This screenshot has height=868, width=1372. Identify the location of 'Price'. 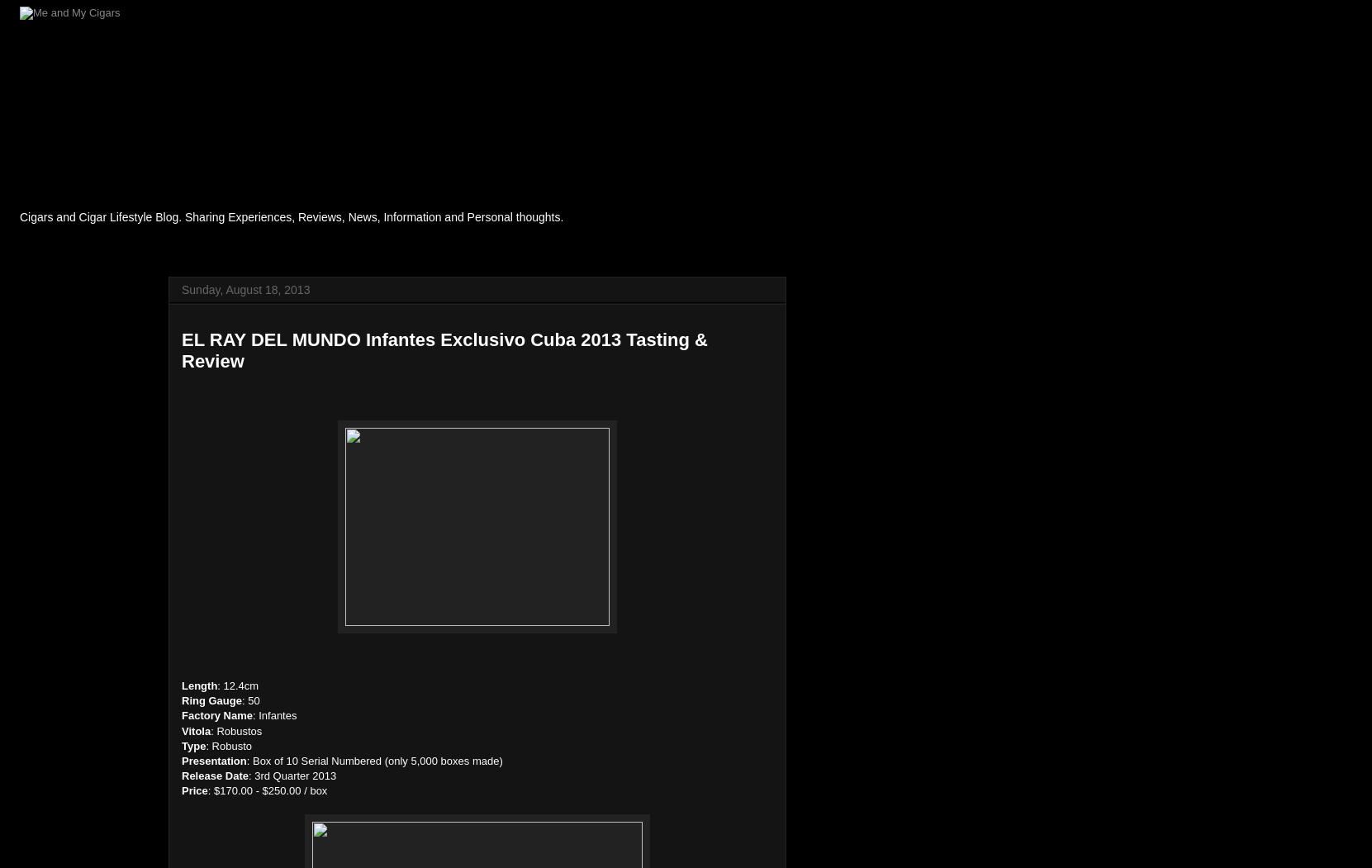
(193, 790).